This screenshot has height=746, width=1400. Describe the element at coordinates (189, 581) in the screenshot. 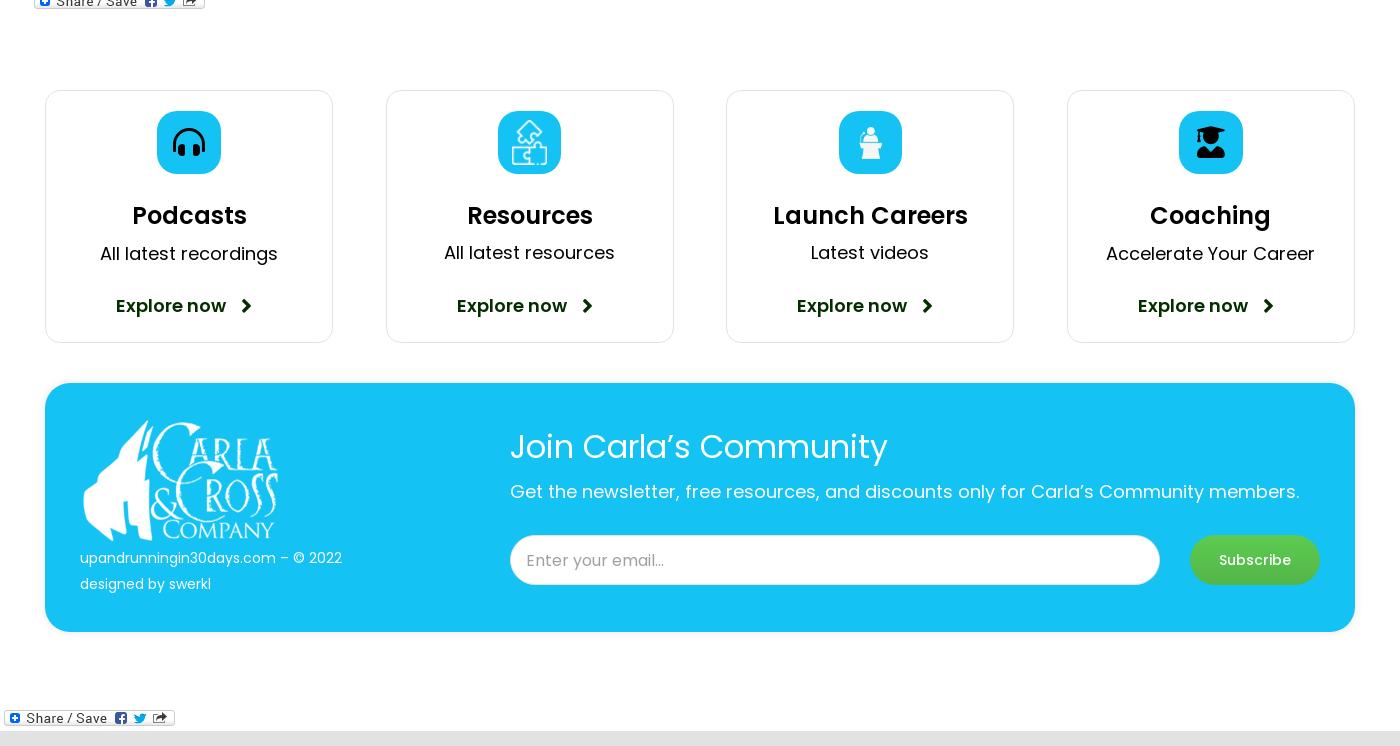

I see `'swerkl'` at that location.